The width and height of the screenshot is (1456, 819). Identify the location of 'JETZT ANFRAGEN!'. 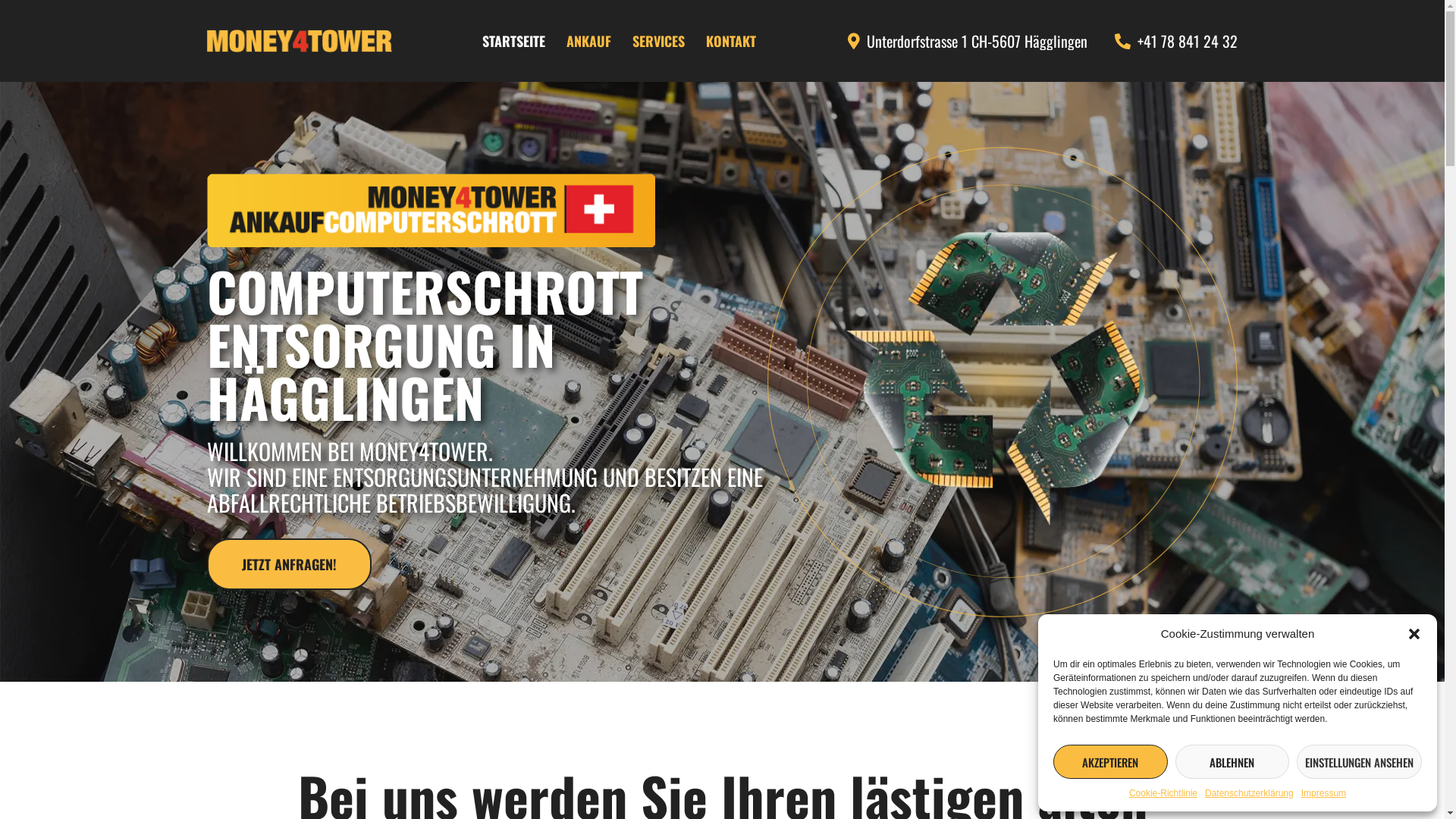
(288, 564).